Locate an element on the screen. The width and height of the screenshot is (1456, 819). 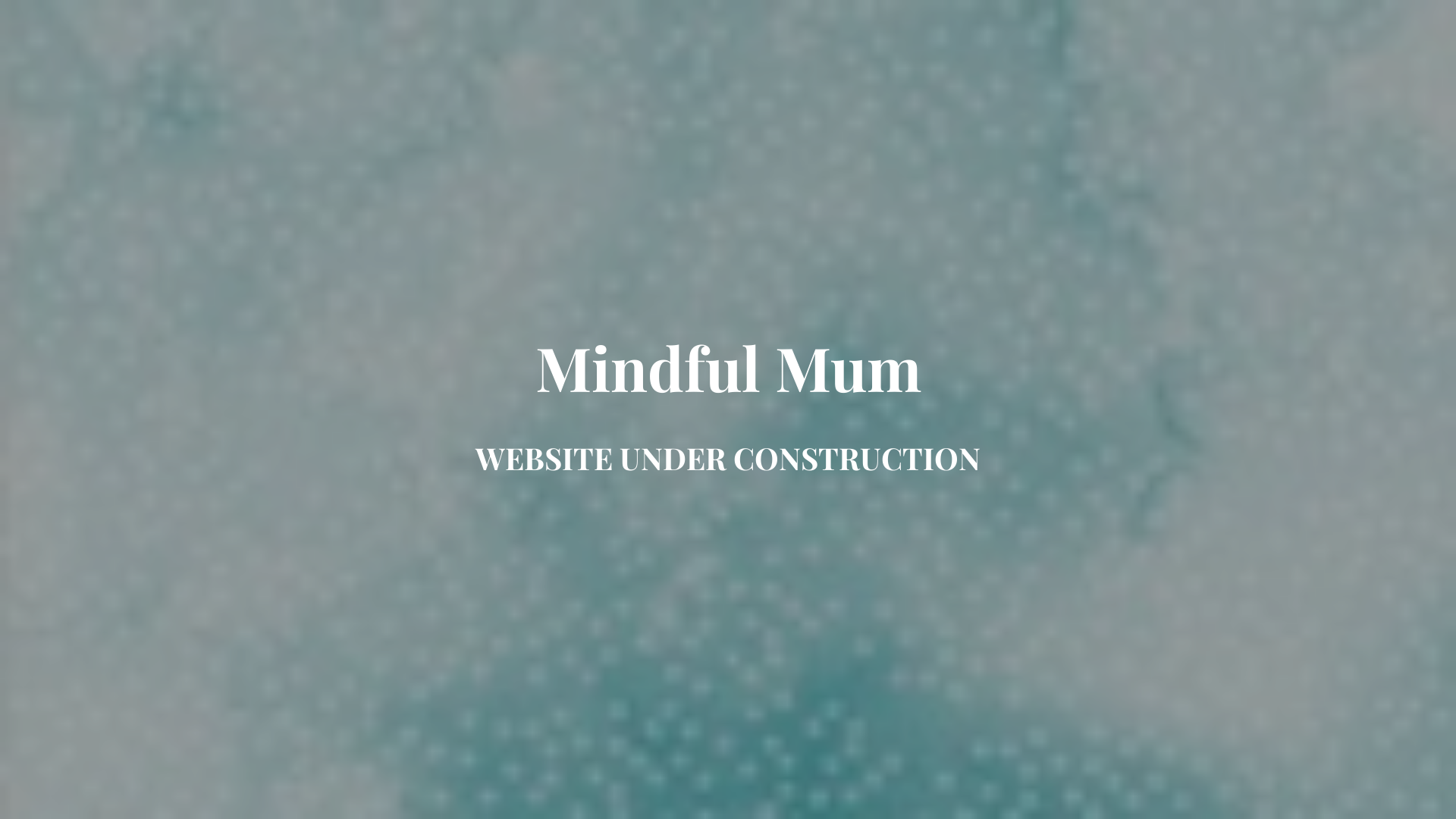
'Mindful Mum' is located at coordinates (728, 380).